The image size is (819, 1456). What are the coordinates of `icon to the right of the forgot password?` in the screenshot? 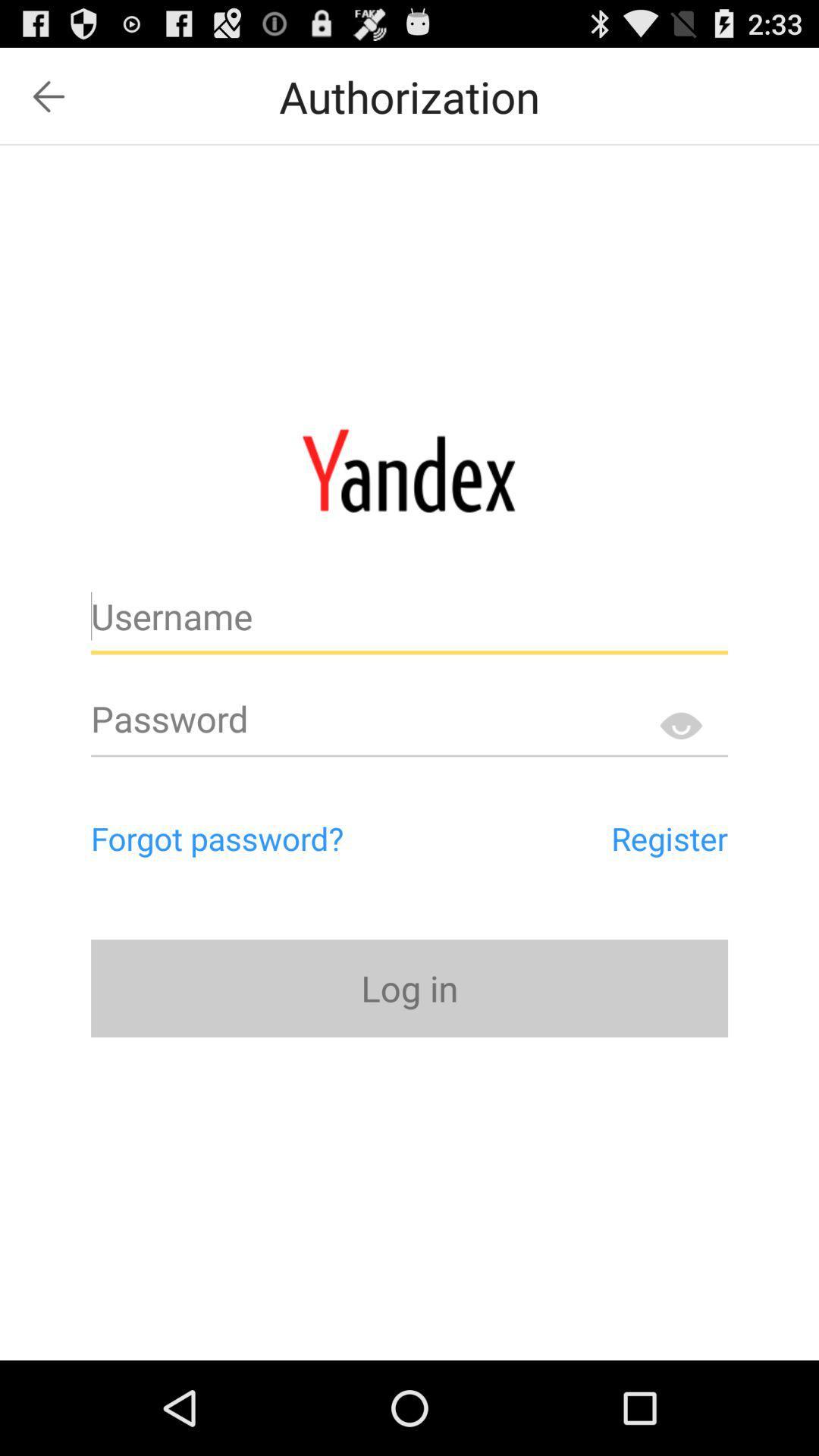 It's located at (599, 837).